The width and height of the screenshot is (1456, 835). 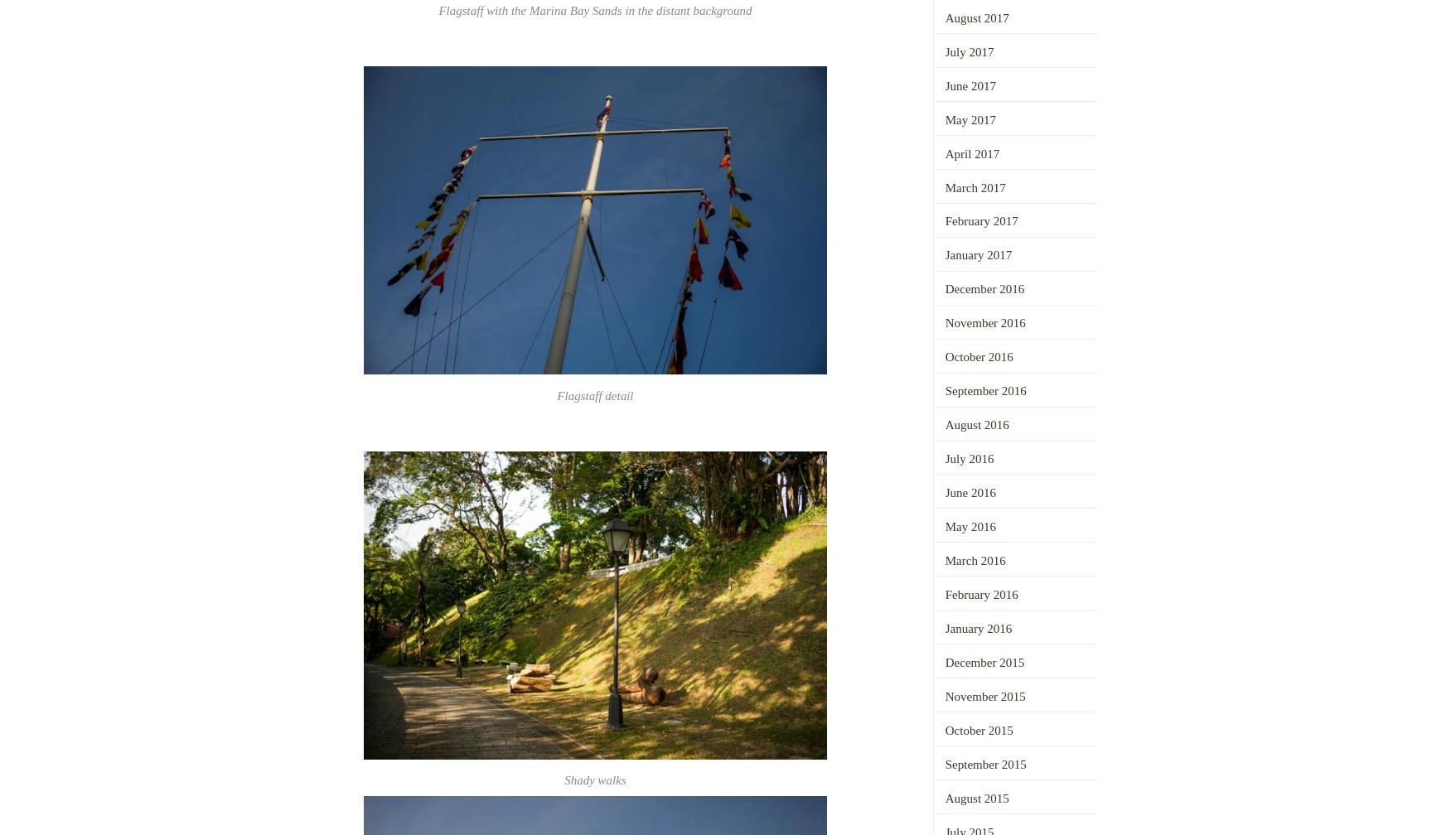 What do you see at coordinates (943, 696) in the screenshot?
I see `'November 2015'` at bounding box center [943, 696].